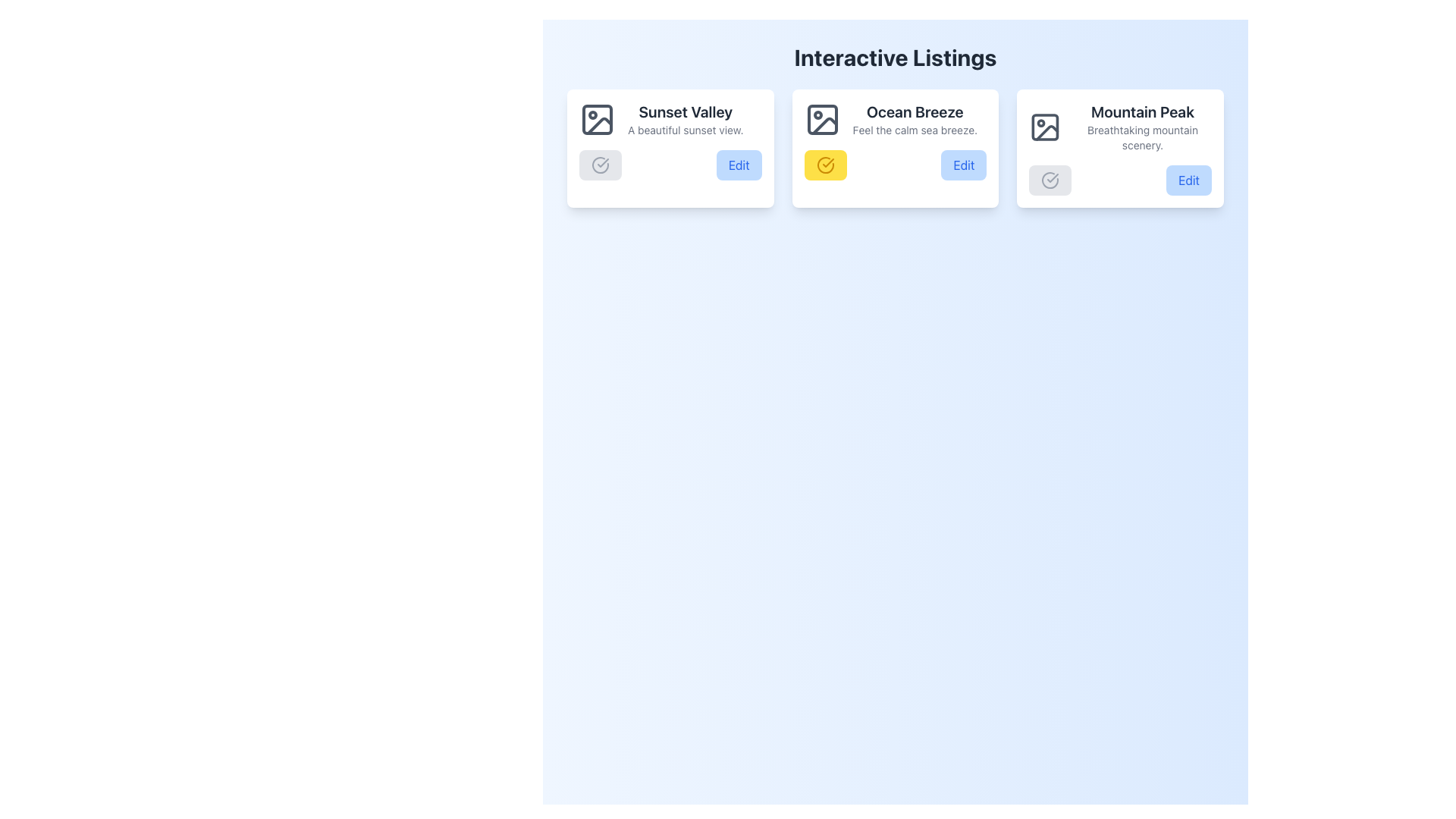 This screenshot has height=819, width=1456. I want to click on the descriptive caption text that summarizes the contents of the card in the 'Interactive Listings' section, positioned after the title 'Sunset Valley', so click(685, 130).